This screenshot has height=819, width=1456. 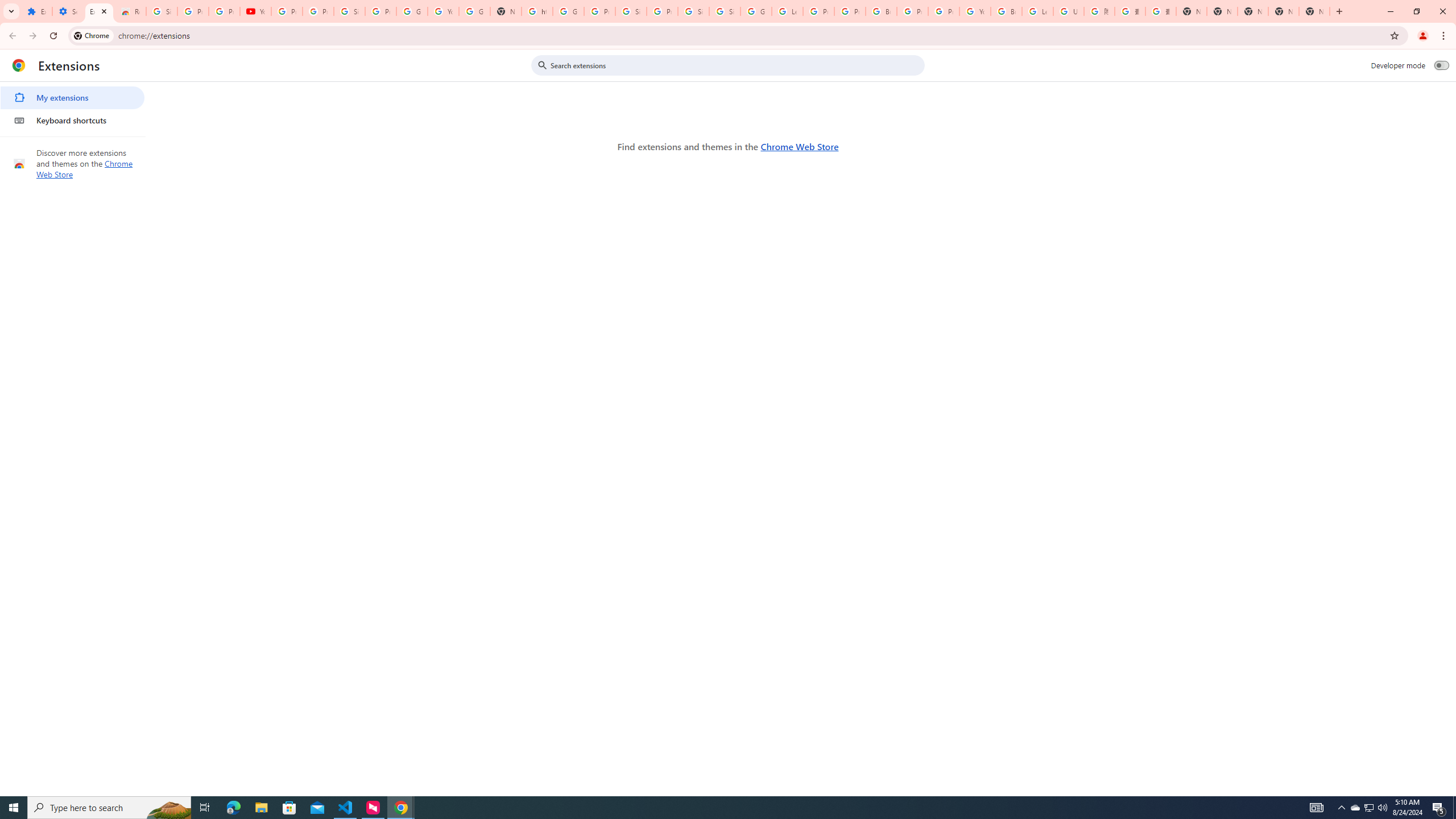 I want to click on 'Keyboard shortcuts', so click(x=72, y=119).